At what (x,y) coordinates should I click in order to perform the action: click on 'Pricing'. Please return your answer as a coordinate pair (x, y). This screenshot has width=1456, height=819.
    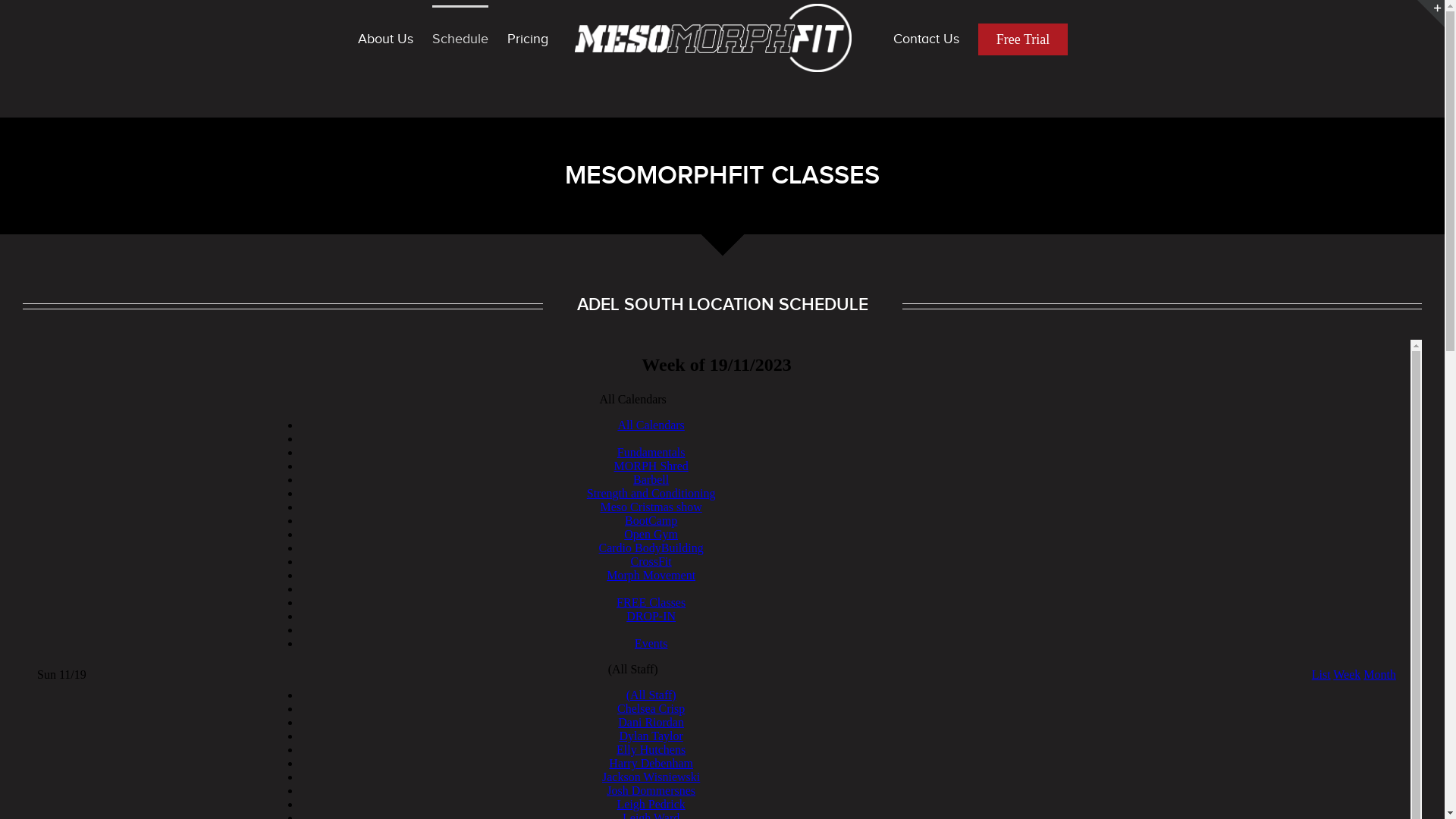
    Looking at the image, I should click on (528, 37).